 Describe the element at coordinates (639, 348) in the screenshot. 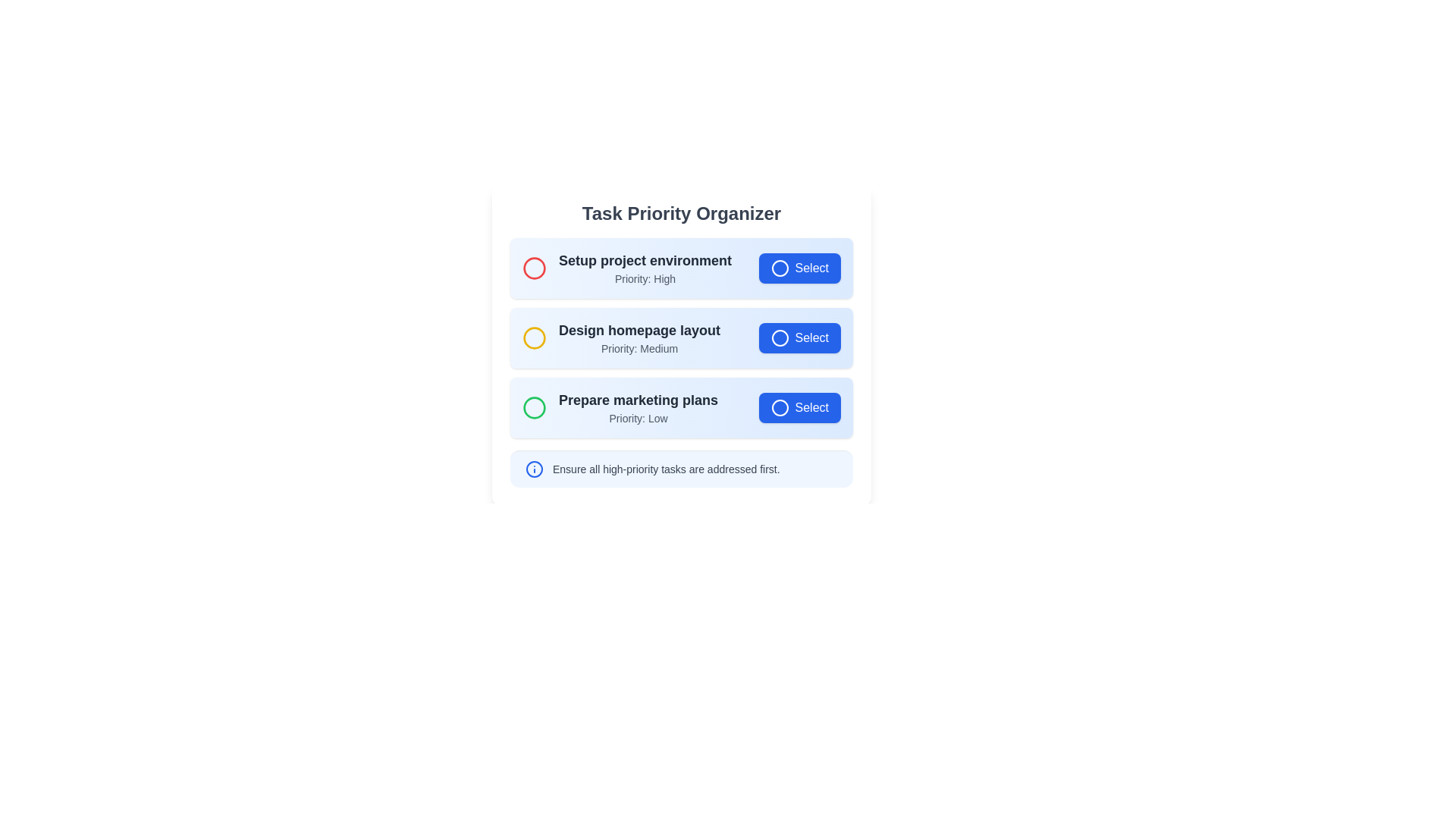

I see `the text label displaying 'Priority: Medium', which is styled in gray and positioned beneath the 'Design homepage layout' text` at that location.